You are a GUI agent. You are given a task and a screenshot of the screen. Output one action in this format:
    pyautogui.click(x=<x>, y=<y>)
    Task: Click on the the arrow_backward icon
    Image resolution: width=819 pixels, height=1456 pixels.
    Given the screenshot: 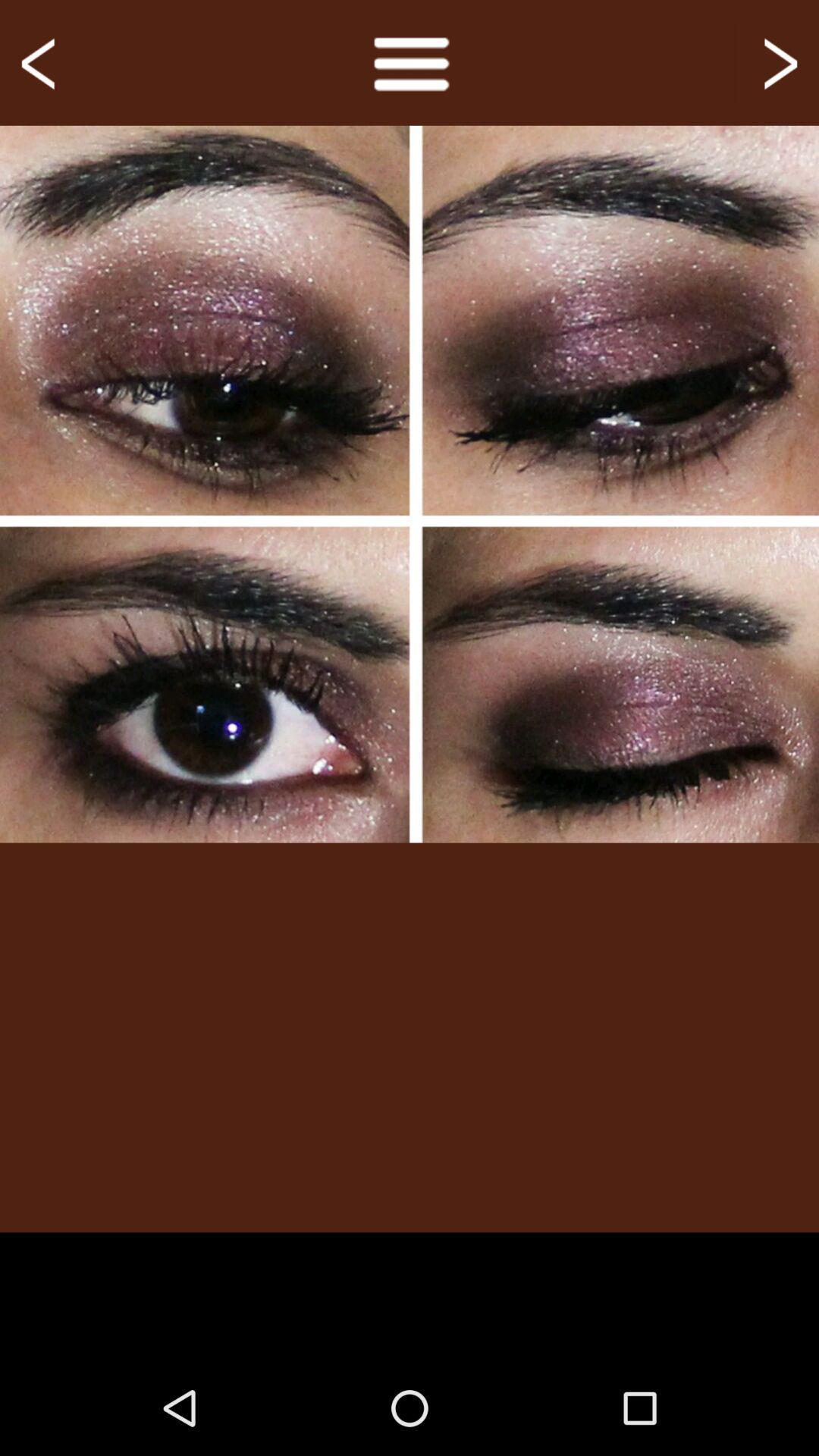 What is the action you would take?
    pyautogui.click(x=40, y=66)
    